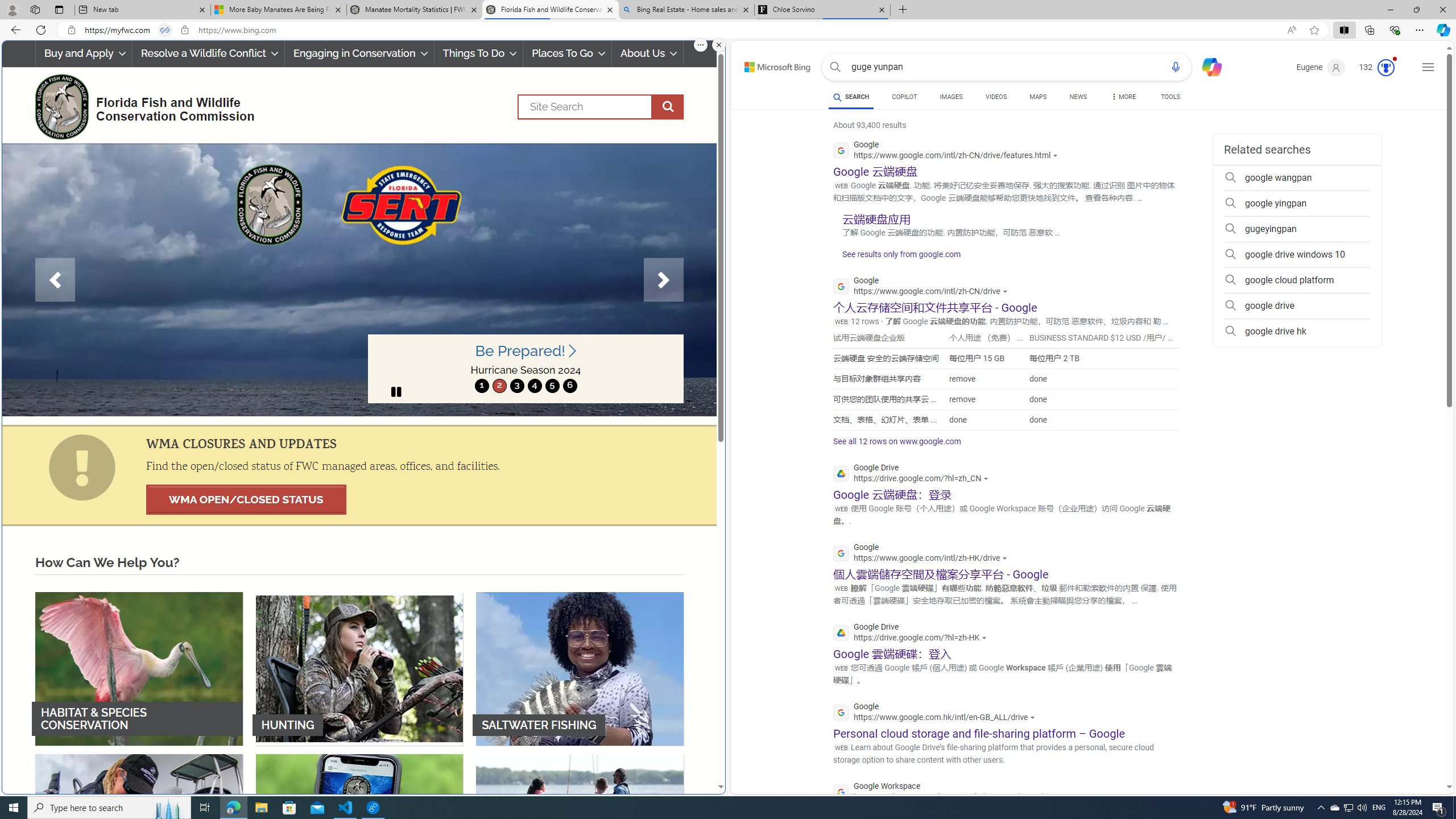 Image resolution: width=1456 pixels, height=819 pixels. What do you see at coordinates (552, 385) in the screenshot?
I see `'move to slide 5'` at bounding box center [552, 385].